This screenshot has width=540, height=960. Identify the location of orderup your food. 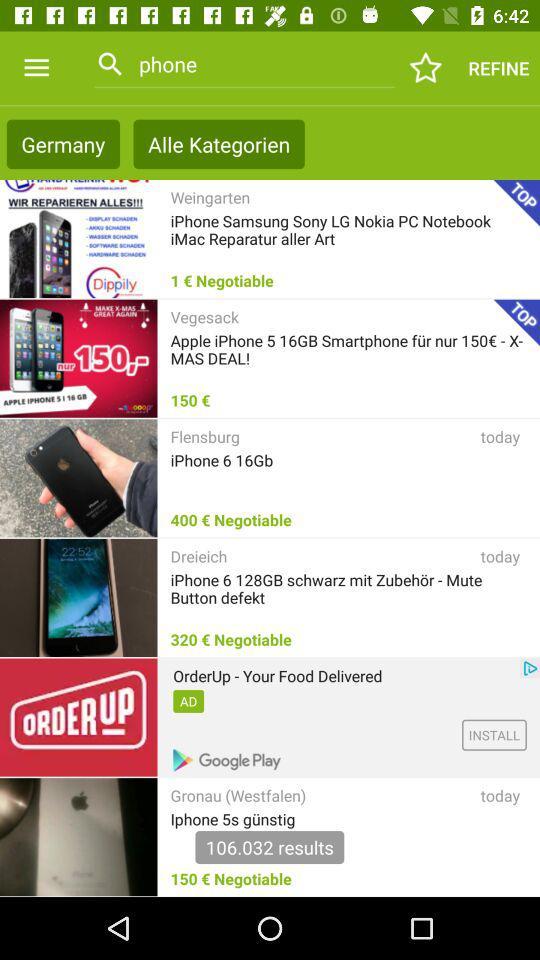
(276, 675).